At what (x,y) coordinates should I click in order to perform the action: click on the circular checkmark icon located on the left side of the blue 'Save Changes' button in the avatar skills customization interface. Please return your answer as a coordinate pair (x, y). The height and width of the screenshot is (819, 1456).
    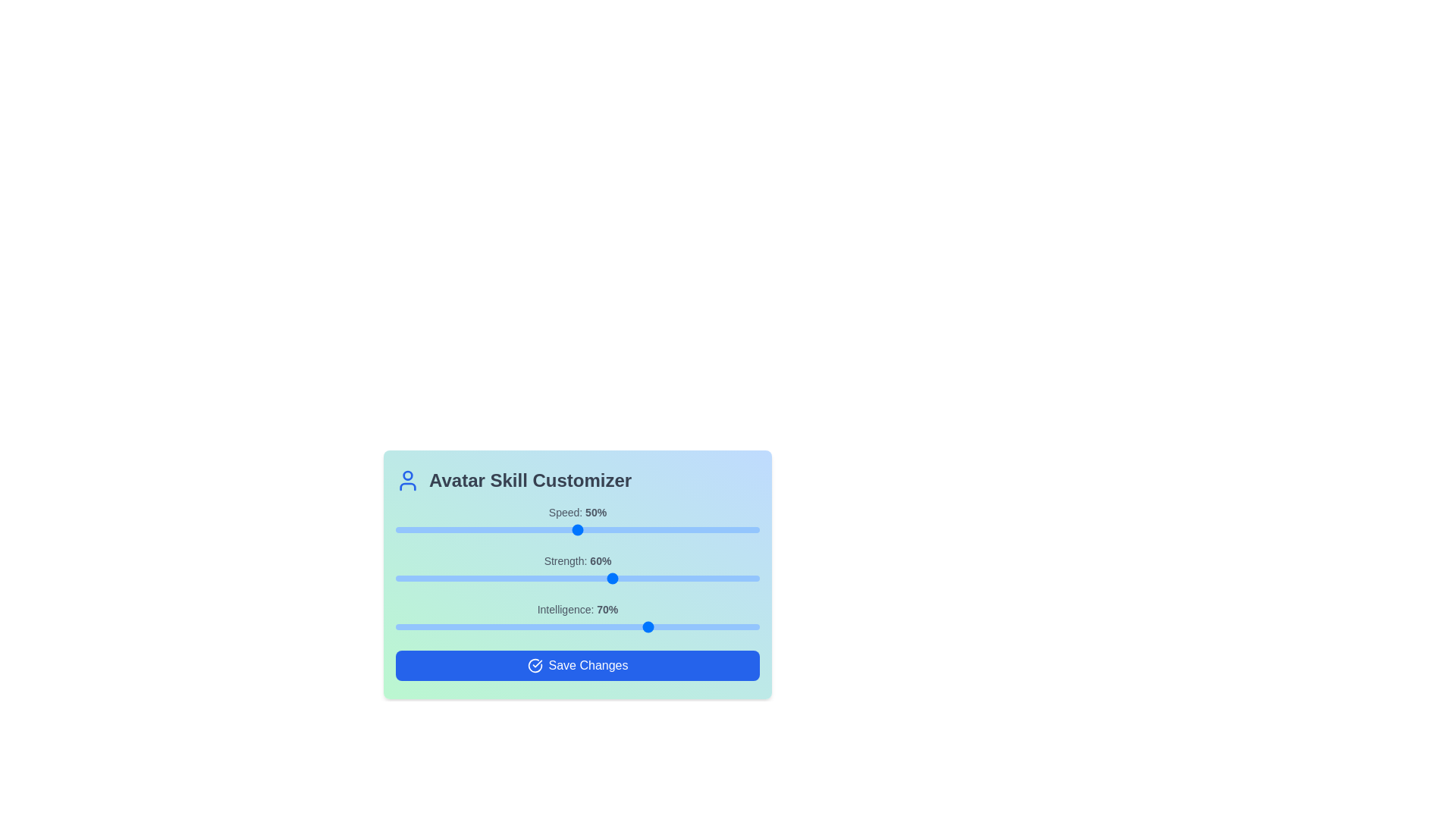
    Looking at the image, I should click on (535, 665).